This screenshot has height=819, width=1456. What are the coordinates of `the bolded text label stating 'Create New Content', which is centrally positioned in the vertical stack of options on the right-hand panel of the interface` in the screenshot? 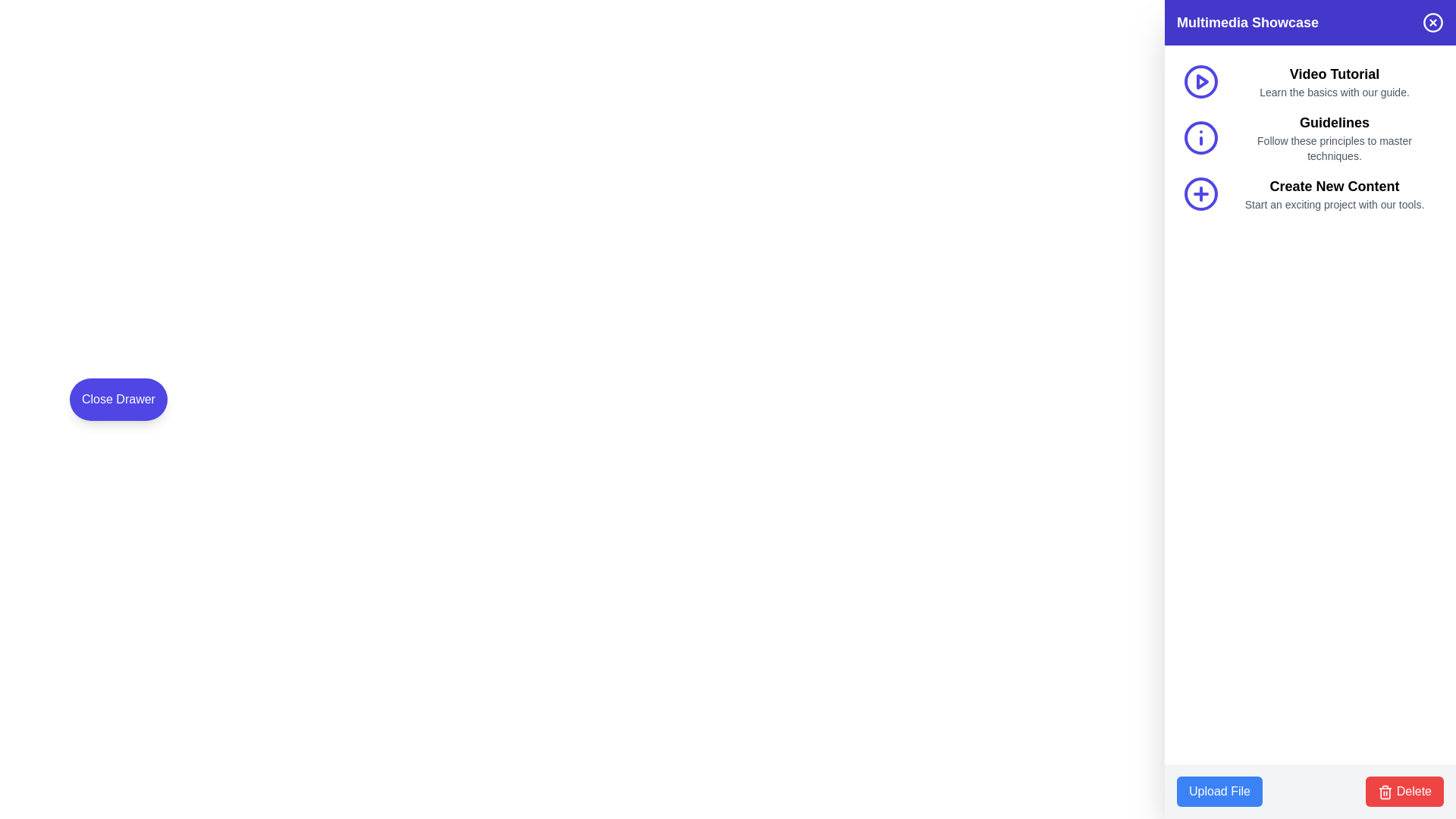 It's located at (1335, 186).